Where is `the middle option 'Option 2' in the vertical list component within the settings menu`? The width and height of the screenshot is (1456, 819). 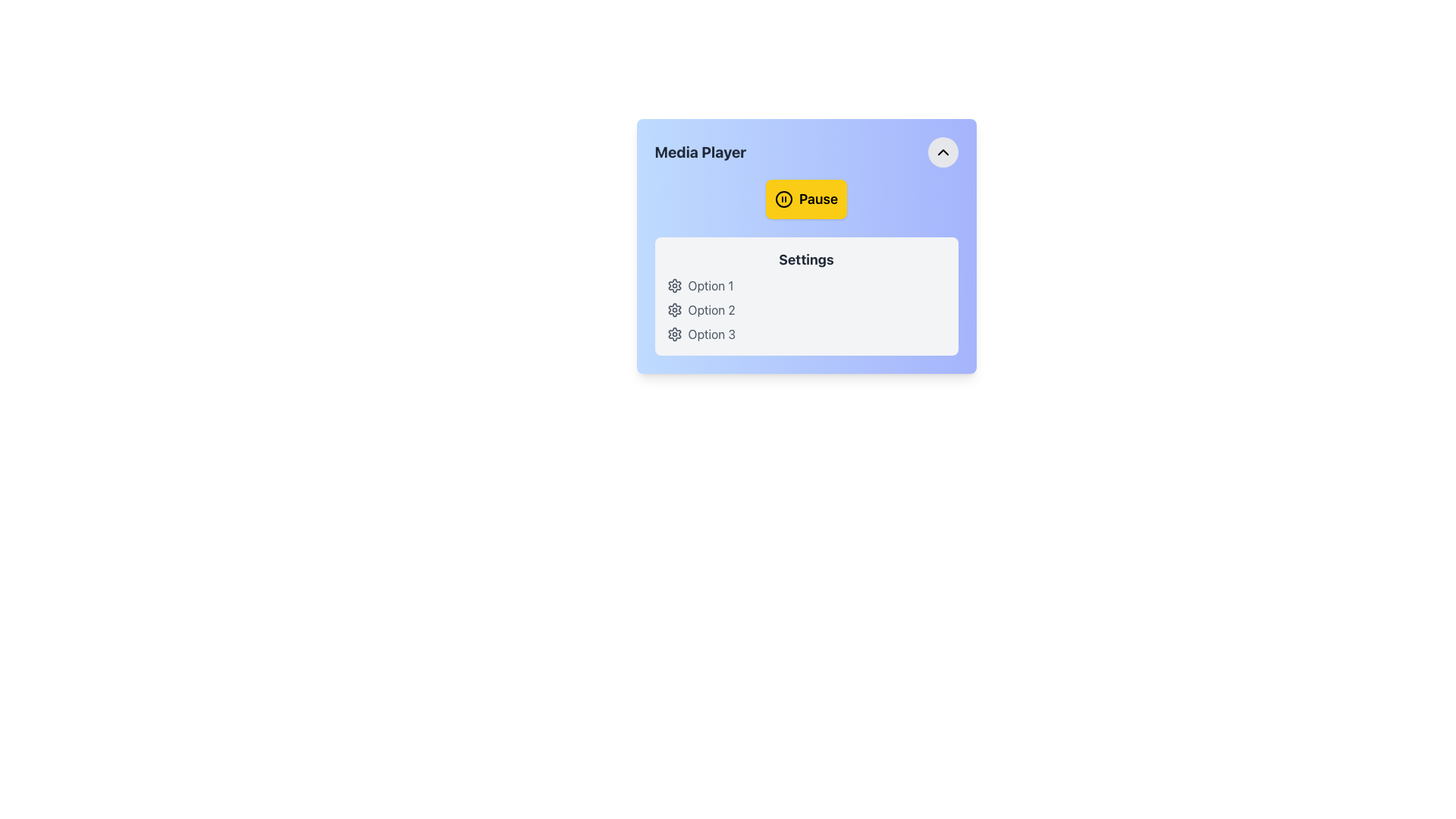
the middle option 'Option 2' in the vertical list component within the settings menu is located at coordinates (805, 309).